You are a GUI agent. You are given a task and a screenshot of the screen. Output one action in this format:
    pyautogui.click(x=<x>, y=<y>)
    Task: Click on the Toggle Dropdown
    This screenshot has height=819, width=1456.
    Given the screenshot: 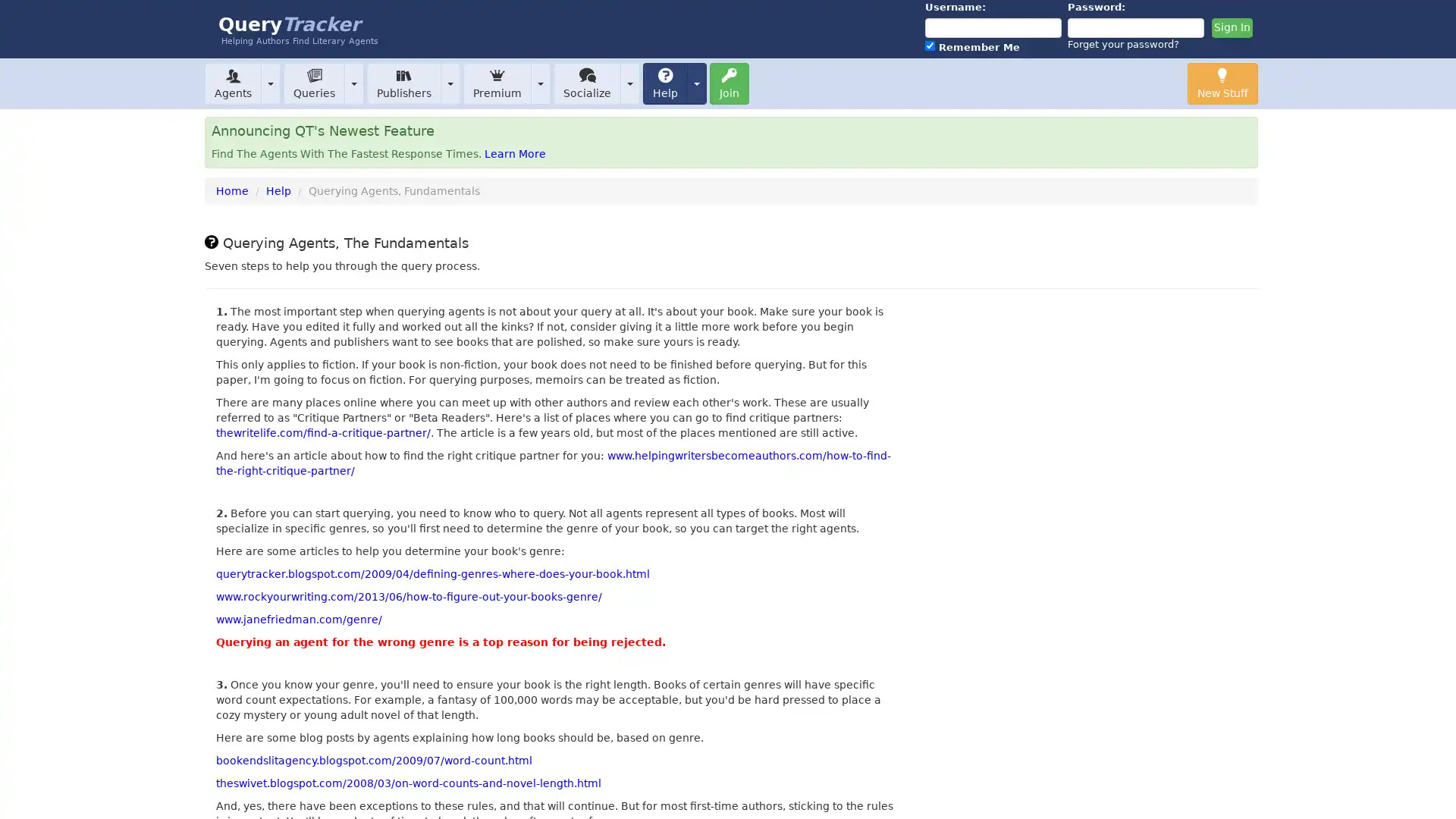 What is the action you would take?
    pyautogui.click(x=629, y=83)
    